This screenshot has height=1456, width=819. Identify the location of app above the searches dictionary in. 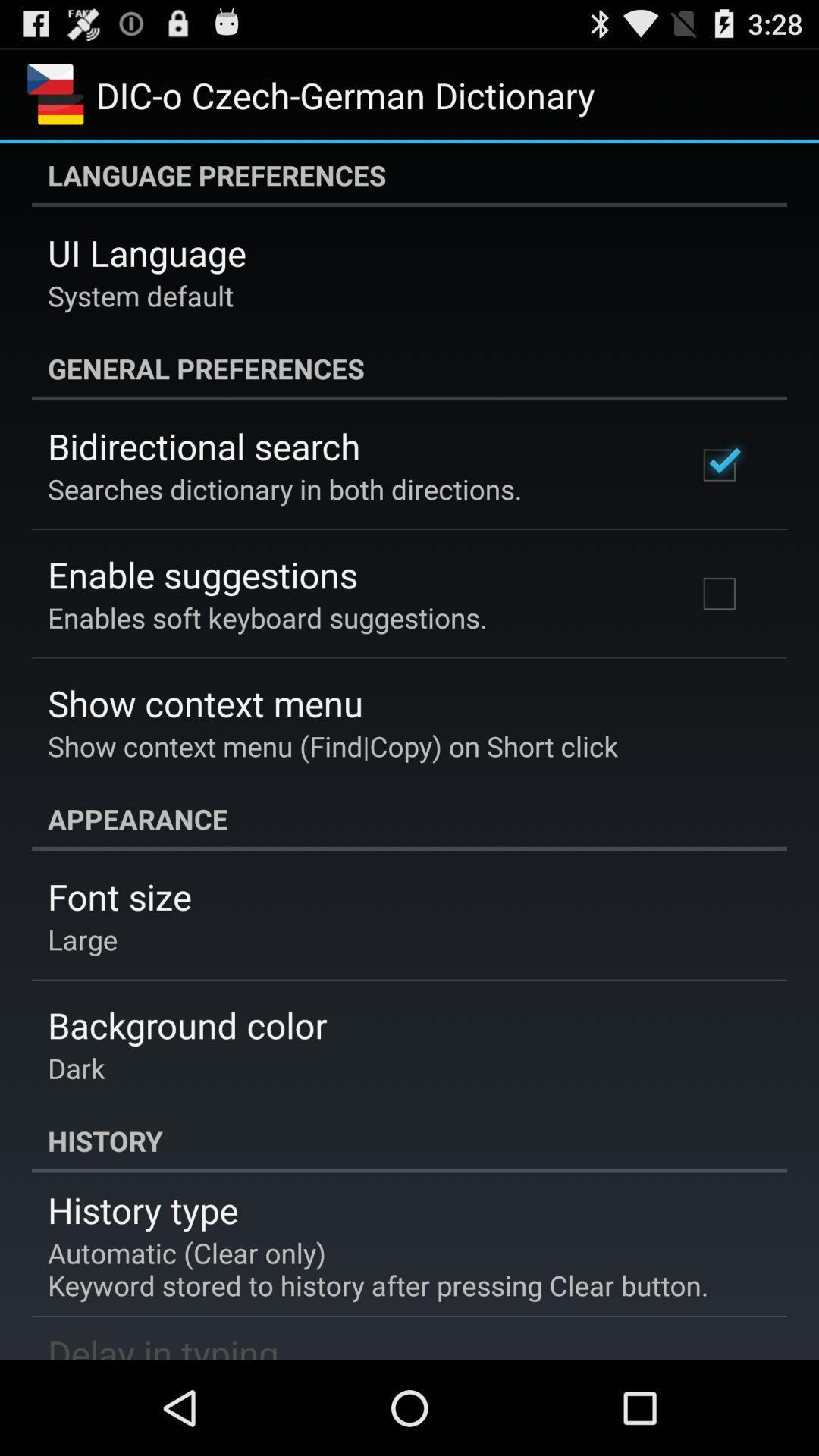
(203, 445).